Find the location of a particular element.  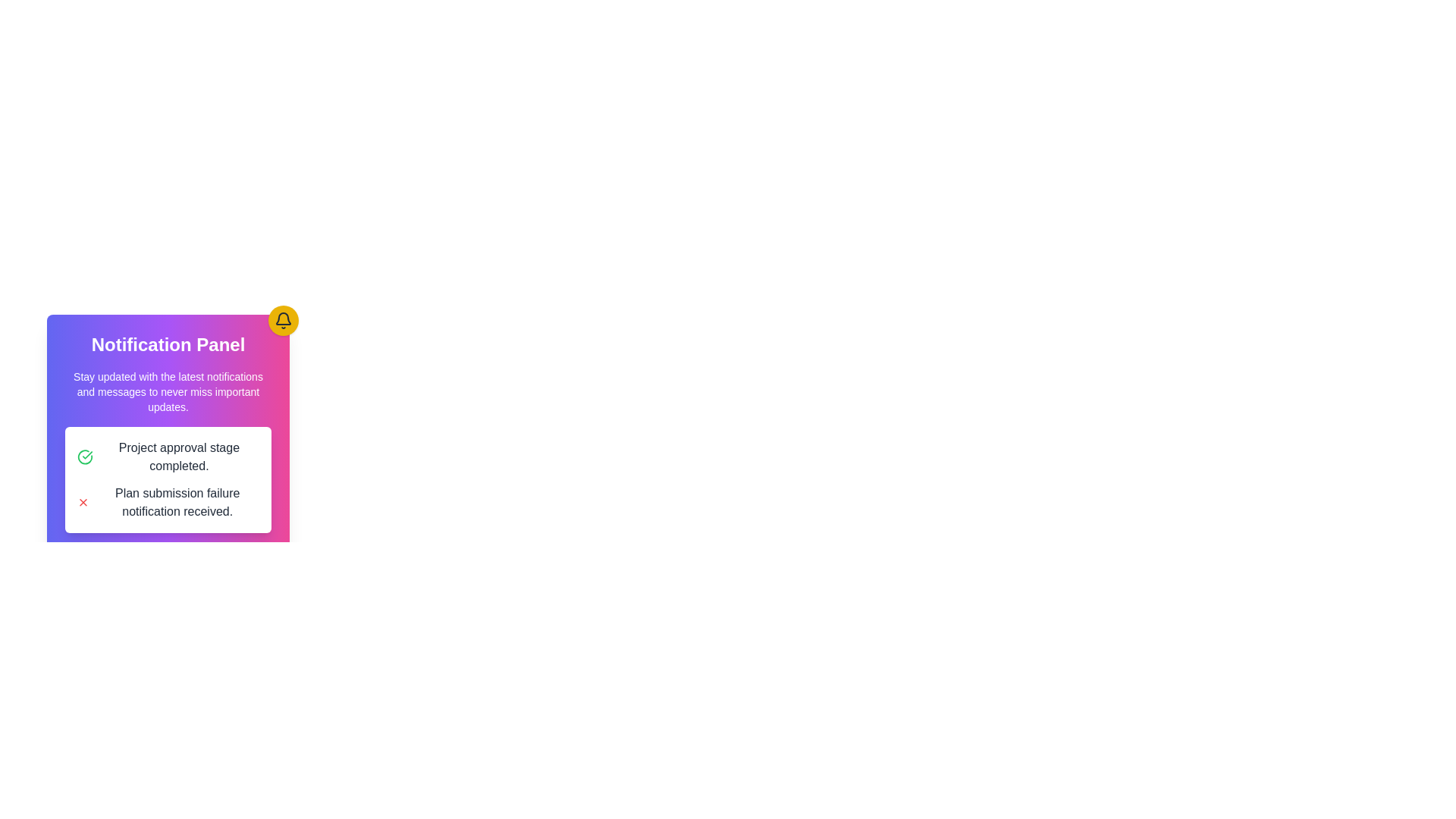

the approval indicator icon located to the left of the text 'Project approval stage completed.' in the notification panel is located at coordinates (84, 456).